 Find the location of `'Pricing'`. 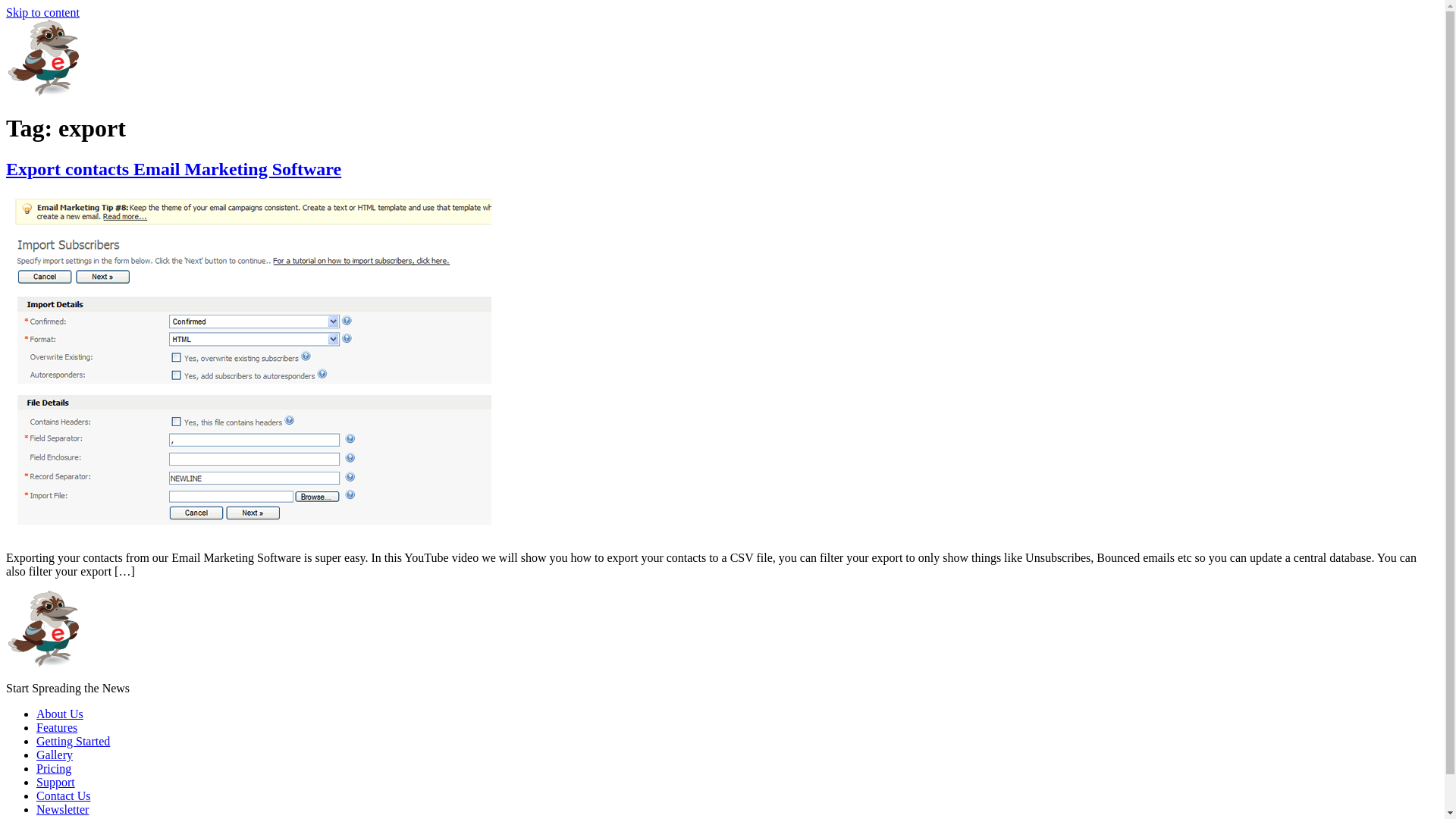

'Pricing' is located at coordinates (54, 768).